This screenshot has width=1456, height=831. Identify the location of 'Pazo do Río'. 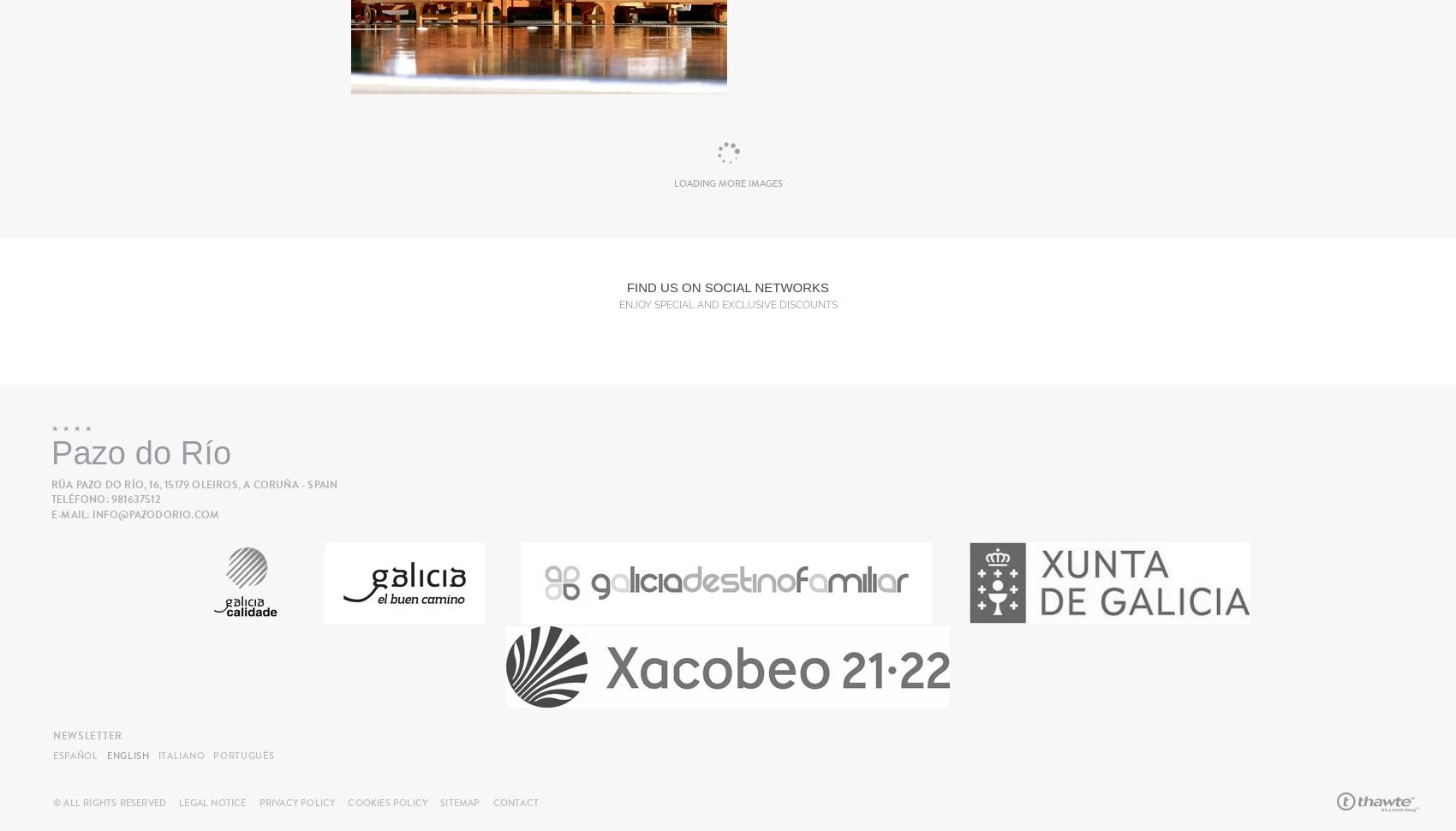
(51, 453).